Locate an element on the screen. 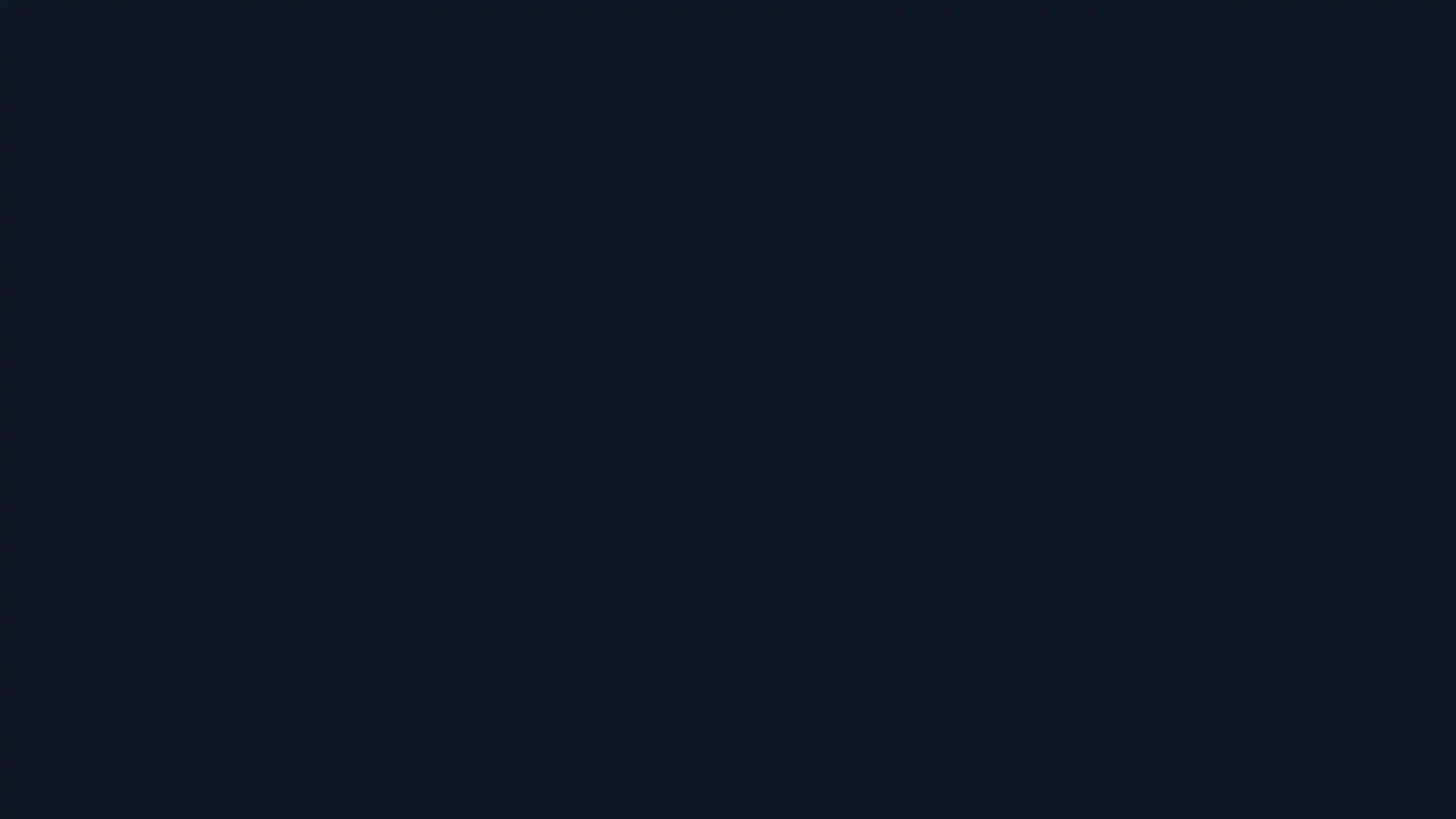 This screenshot has width=1456, height=819. Google Google is located at coordinates (728, 418).